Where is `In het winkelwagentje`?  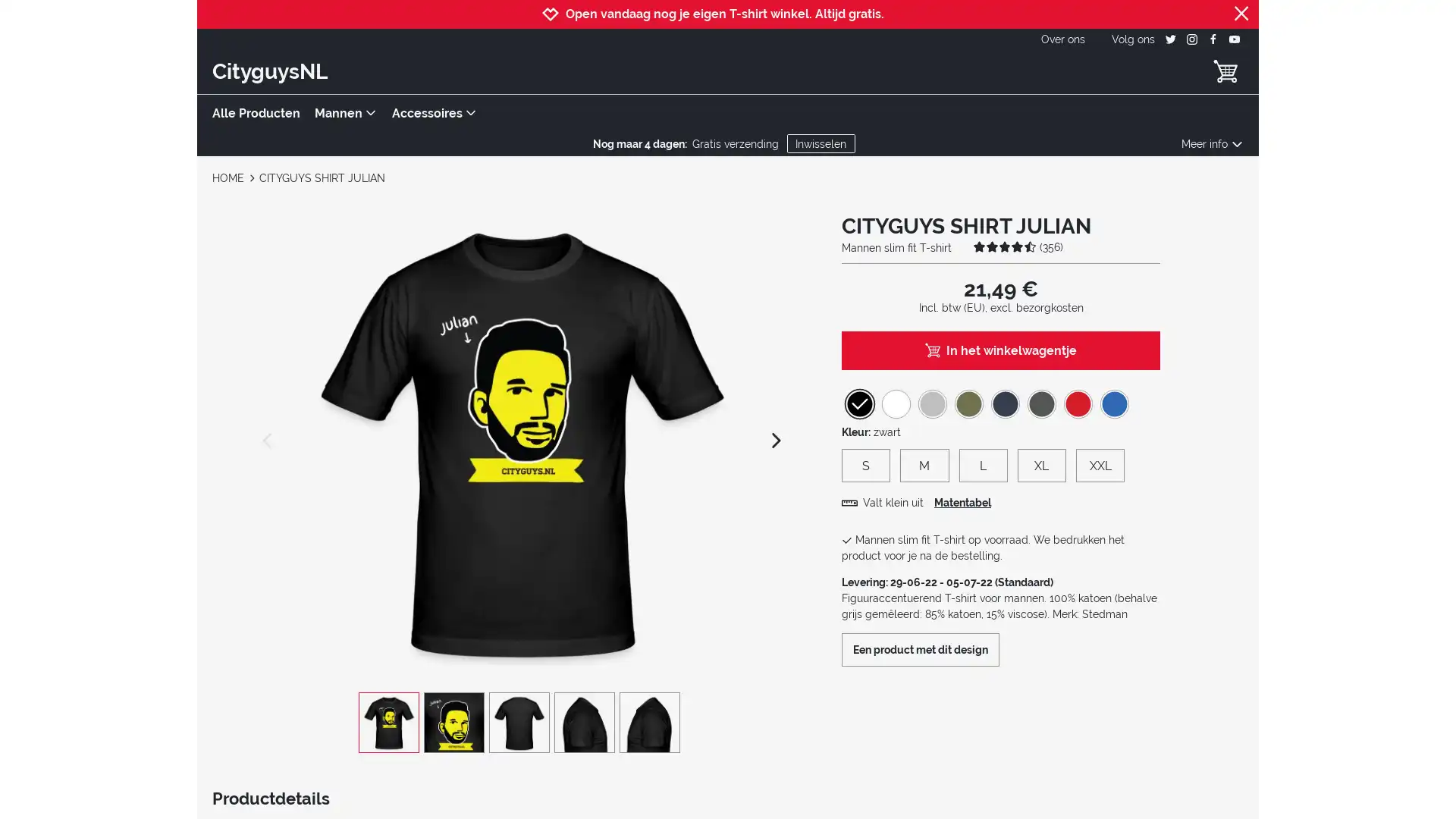 In het winkelwagentje is located at coordinates (1001, 350).